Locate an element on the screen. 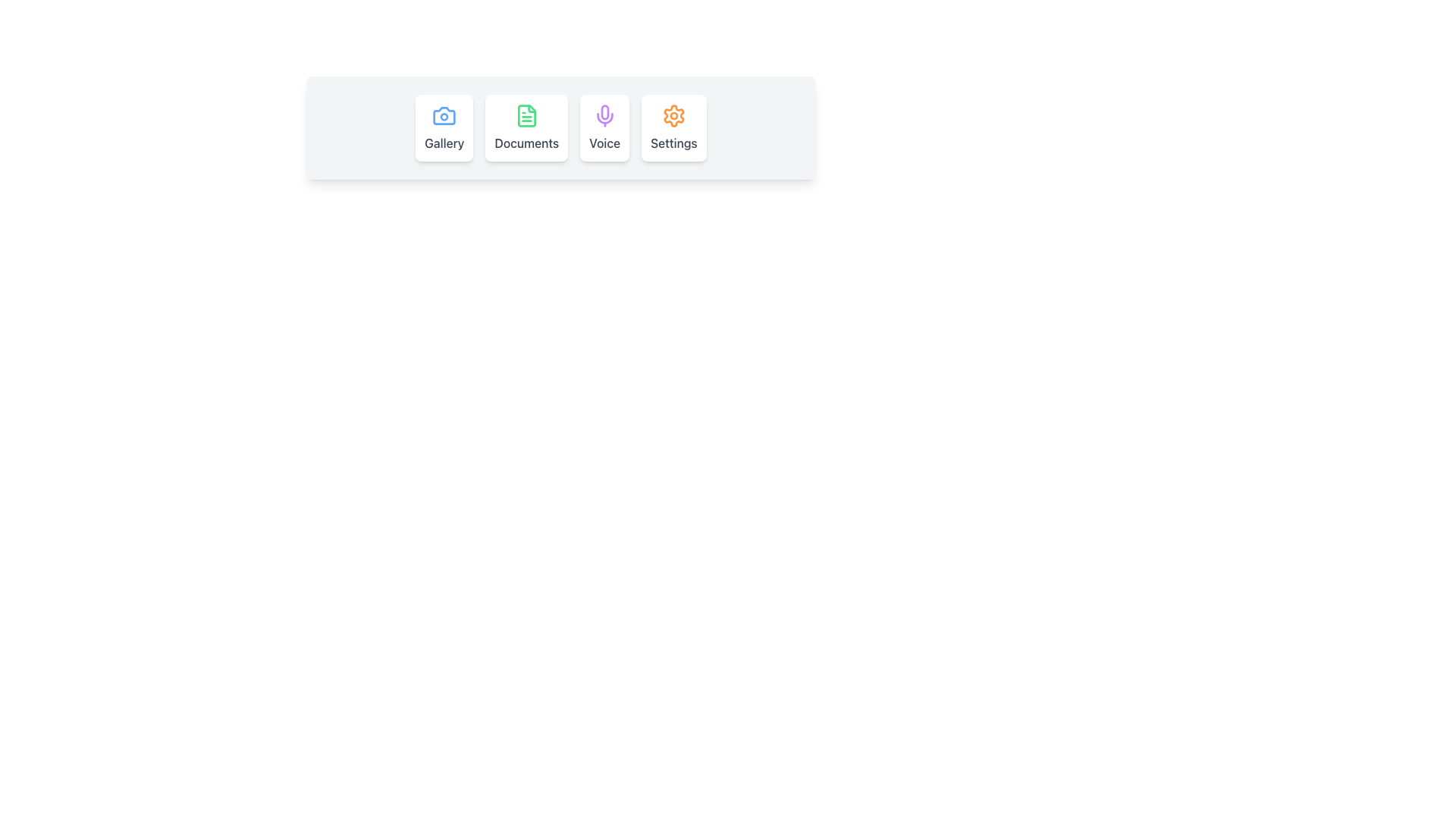  text label 'Gallery' which is displayed in medium weight gray font at the bottom of the first interactive card in a row of similar cards is located at coordinates (444, 143).